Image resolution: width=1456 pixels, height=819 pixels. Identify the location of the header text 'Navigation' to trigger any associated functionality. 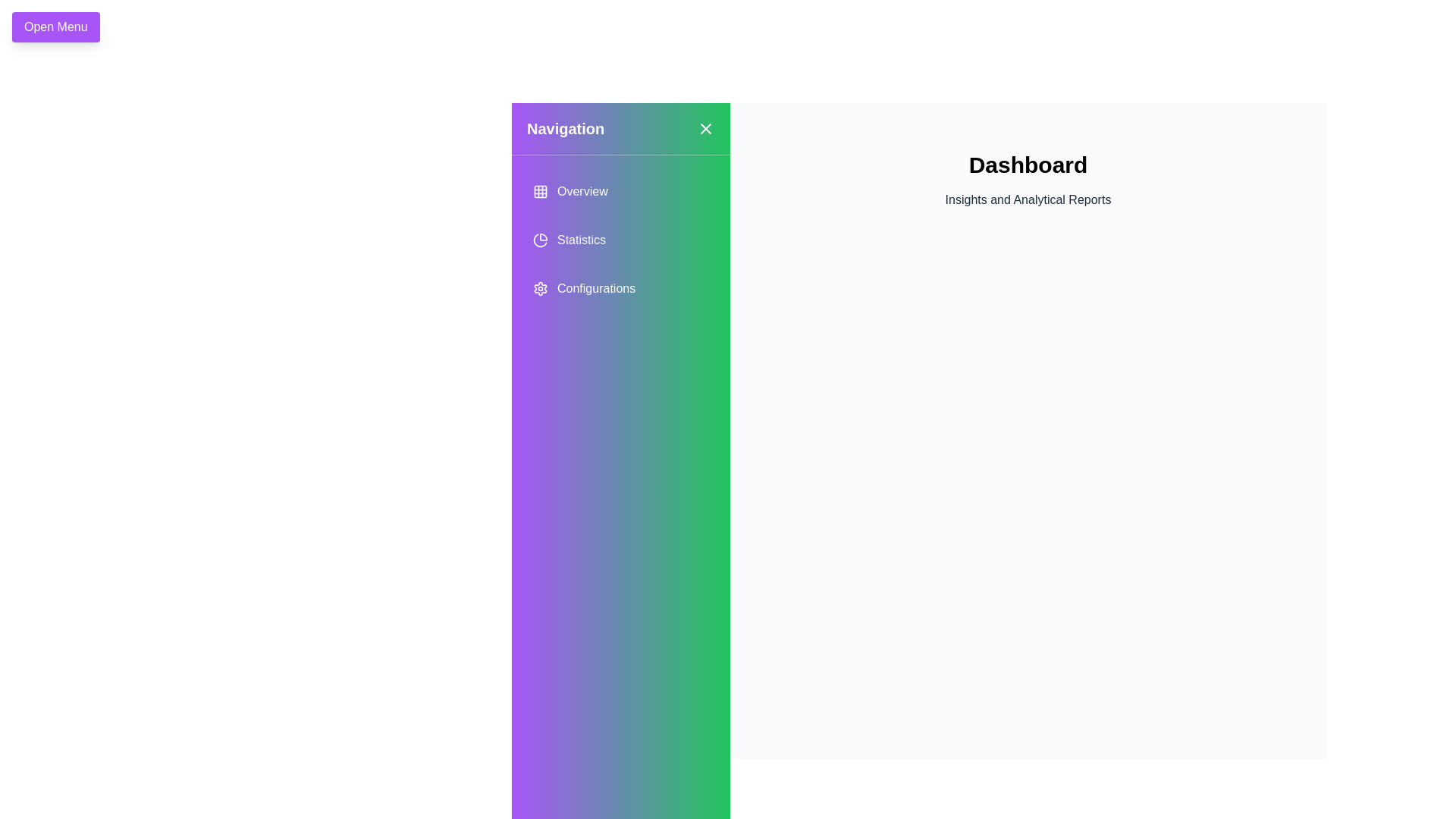
(564, 127).